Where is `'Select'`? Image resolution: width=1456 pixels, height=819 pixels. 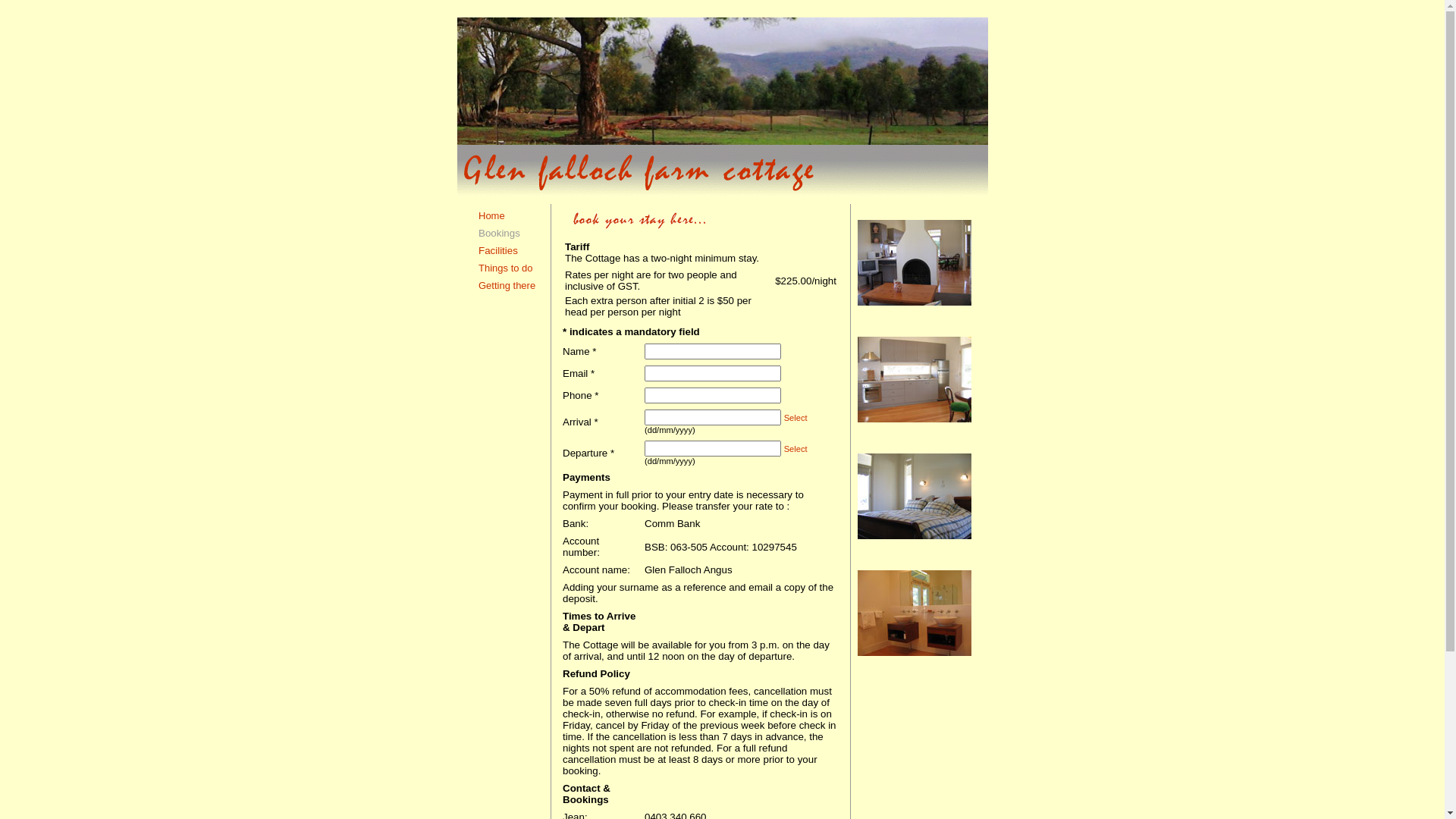
'Select' is located at coordinates (795, 447).